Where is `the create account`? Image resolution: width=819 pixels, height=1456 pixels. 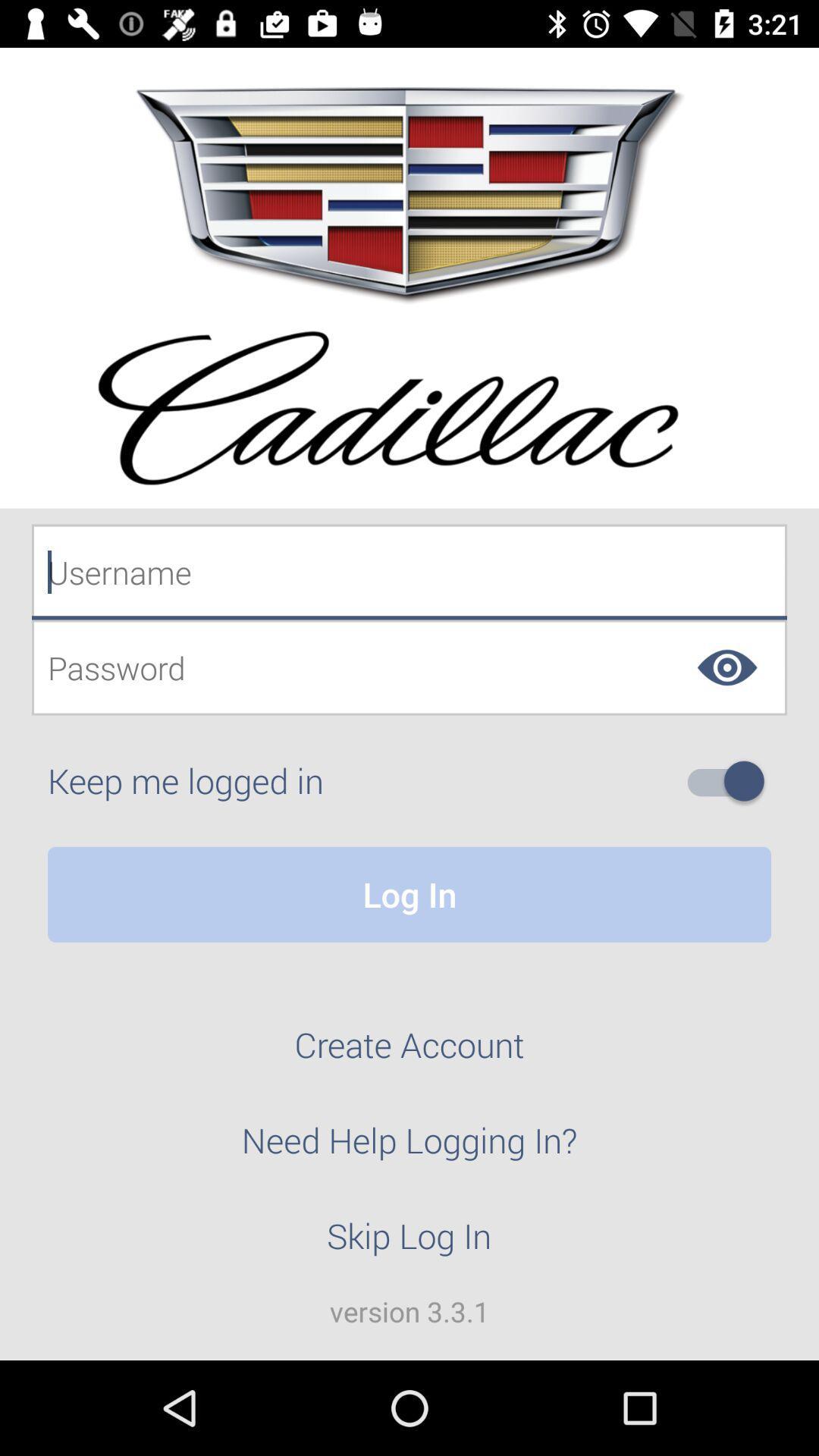
the create account is located at coordinates (409, 1053).